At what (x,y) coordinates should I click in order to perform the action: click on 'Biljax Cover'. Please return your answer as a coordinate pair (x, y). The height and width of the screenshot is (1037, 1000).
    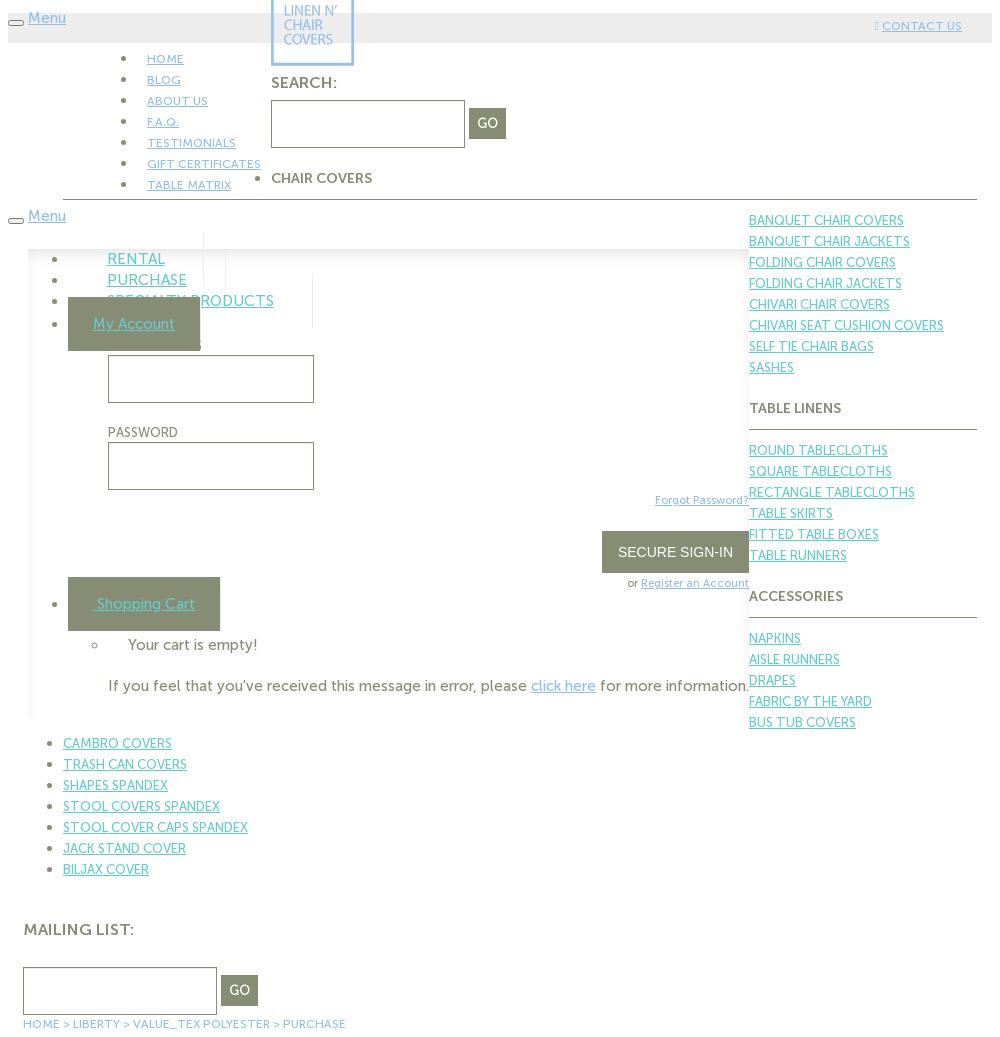
    Looking at the image, I should click on (105, 869).